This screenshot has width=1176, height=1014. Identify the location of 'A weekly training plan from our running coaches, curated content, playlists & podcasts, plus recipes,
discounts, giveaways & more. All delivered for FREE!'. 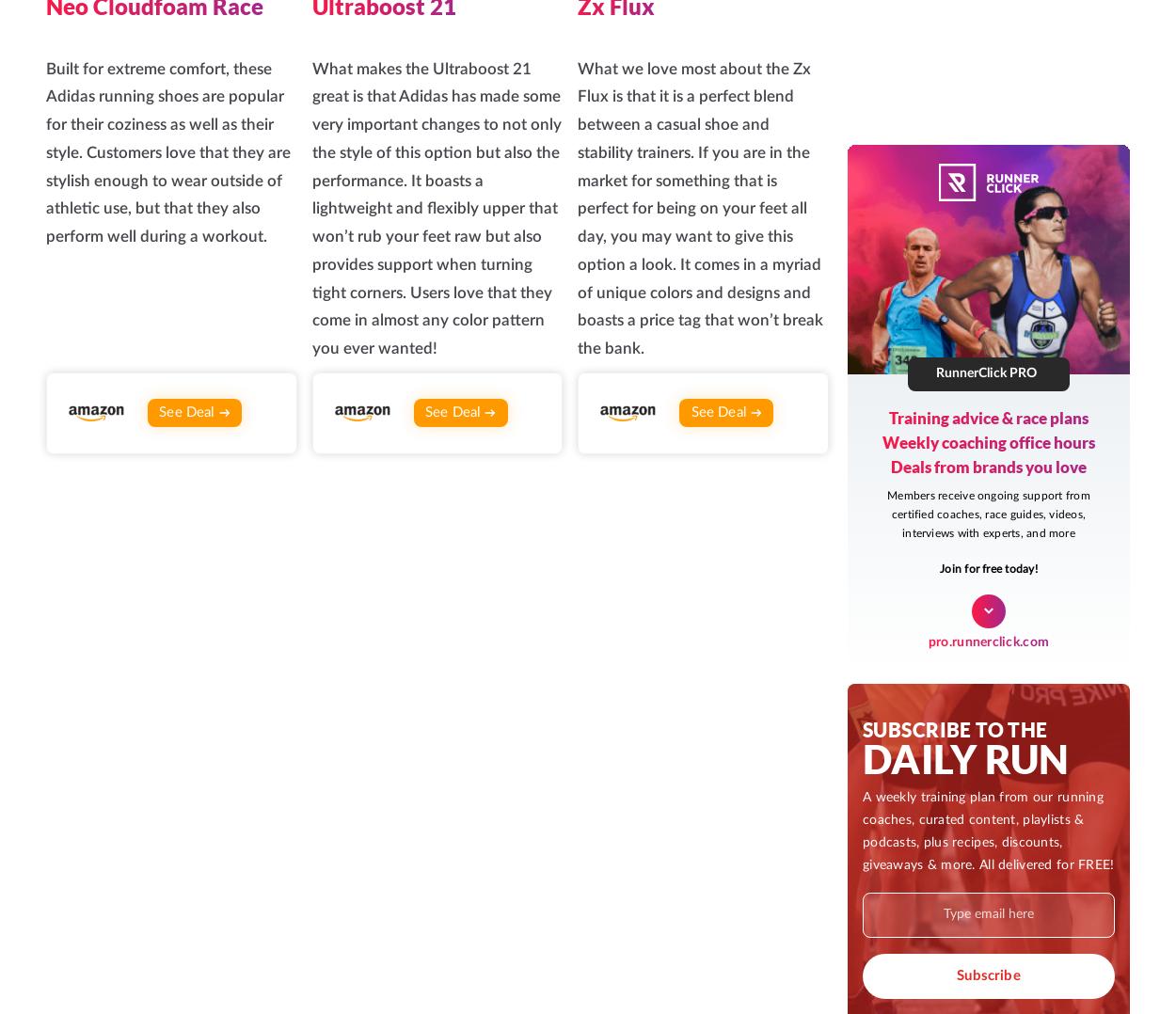
(454, 649).